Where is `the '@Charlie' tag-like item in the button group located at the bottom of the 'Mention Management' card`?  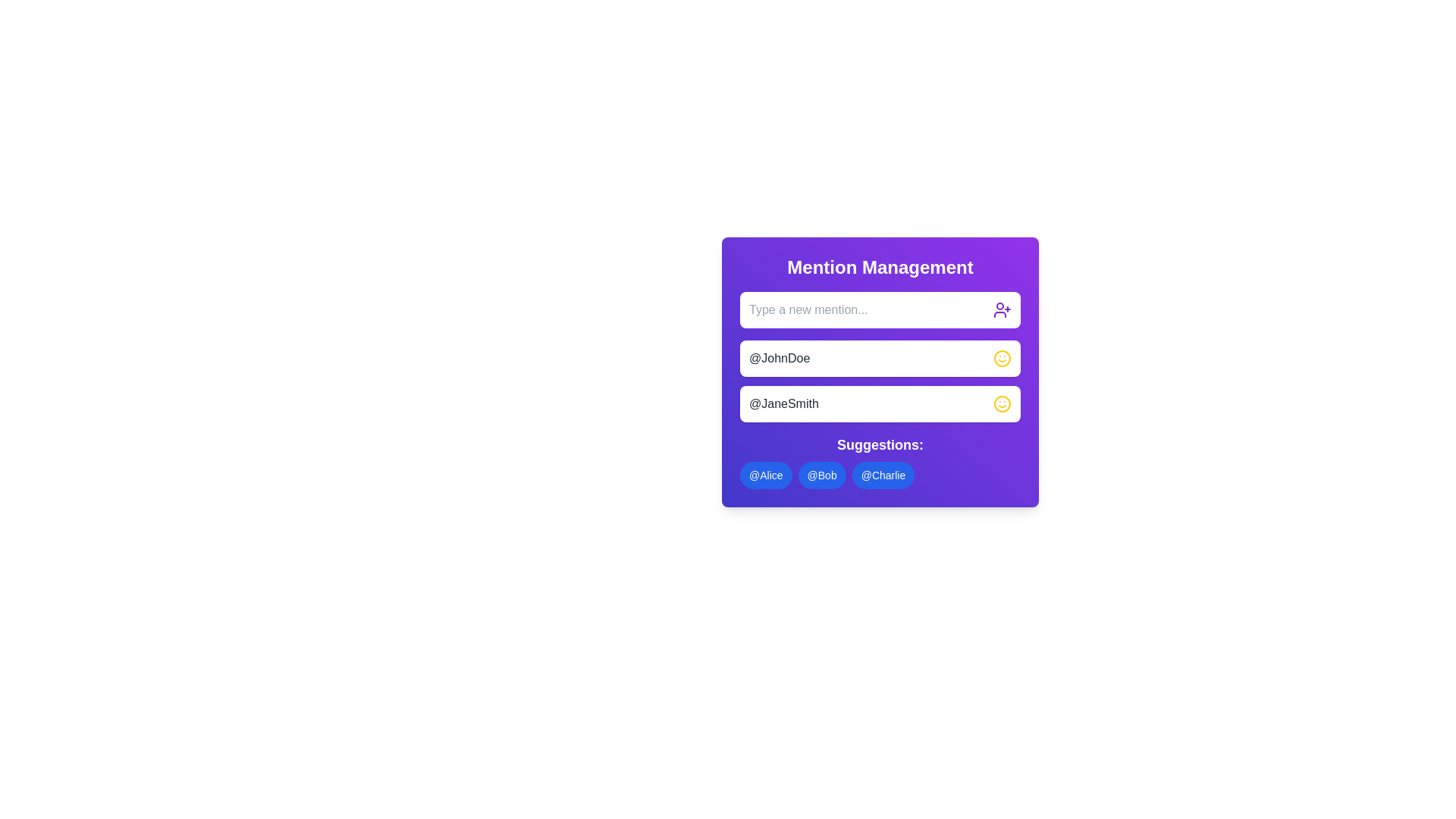
the '@Charlie' tag-like item in the button group located at the bottom of the 'Mention Management' card is located at coordinates (880, 461).